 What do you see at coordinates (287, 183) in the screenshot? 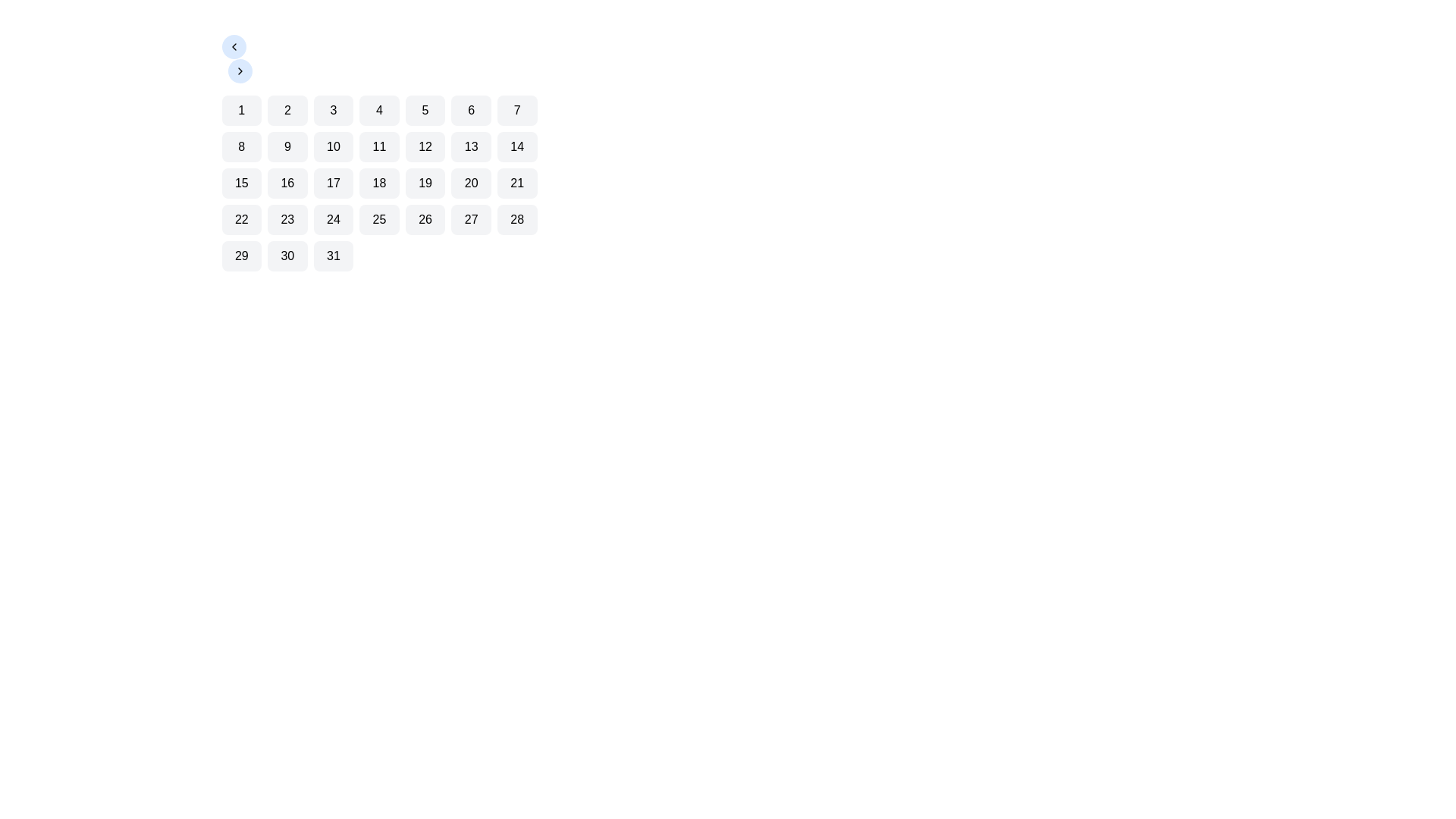
I see `the square button with the number '16' in bold black text` at bounding box center [287, 183].